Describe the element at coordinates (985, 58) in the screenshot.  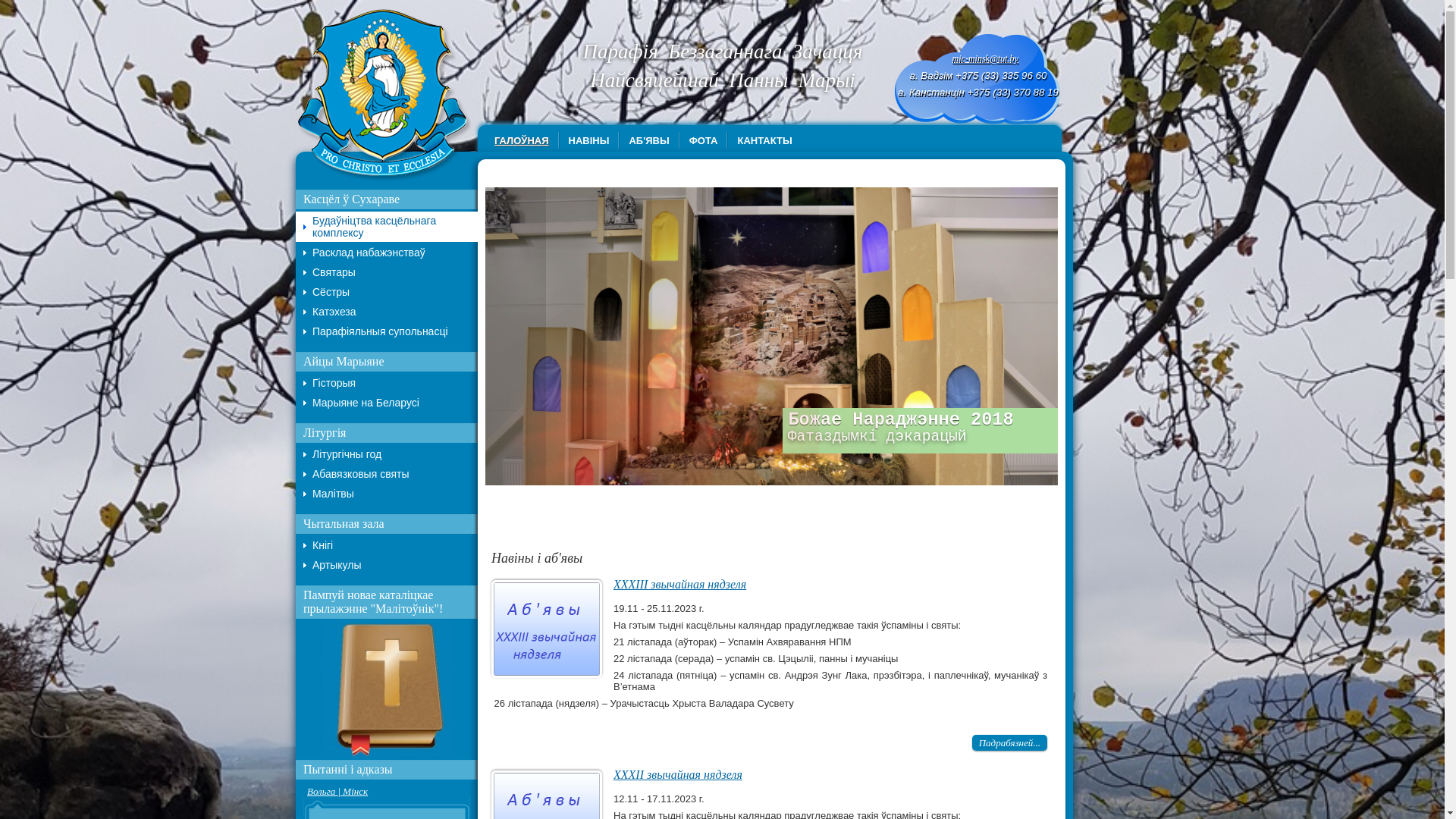
I see `'mic-minsk@tut.by'` at that location.